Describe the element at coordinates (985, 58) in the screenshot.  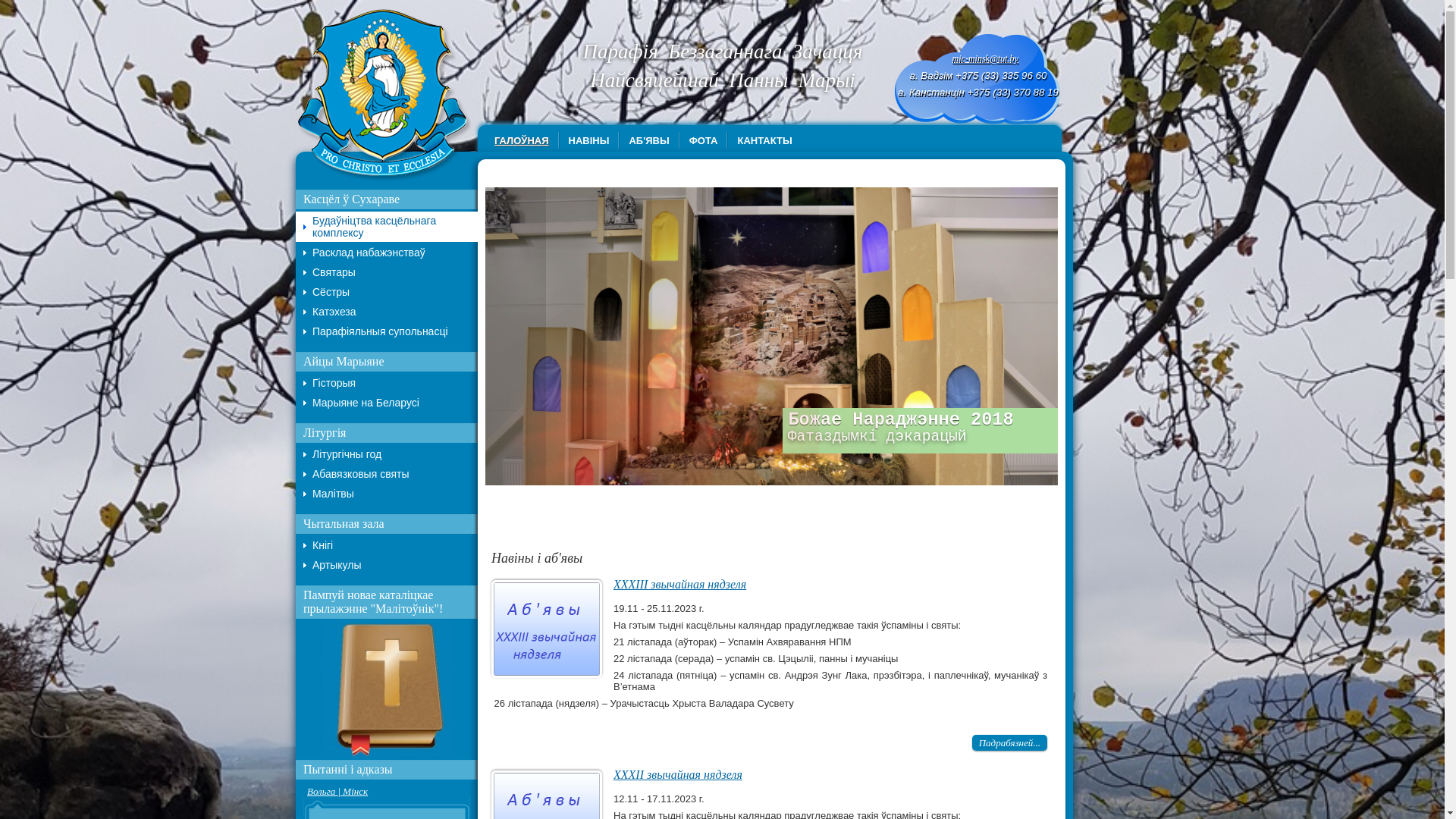
I see `'mic-minsk@tut.by'` at that location.